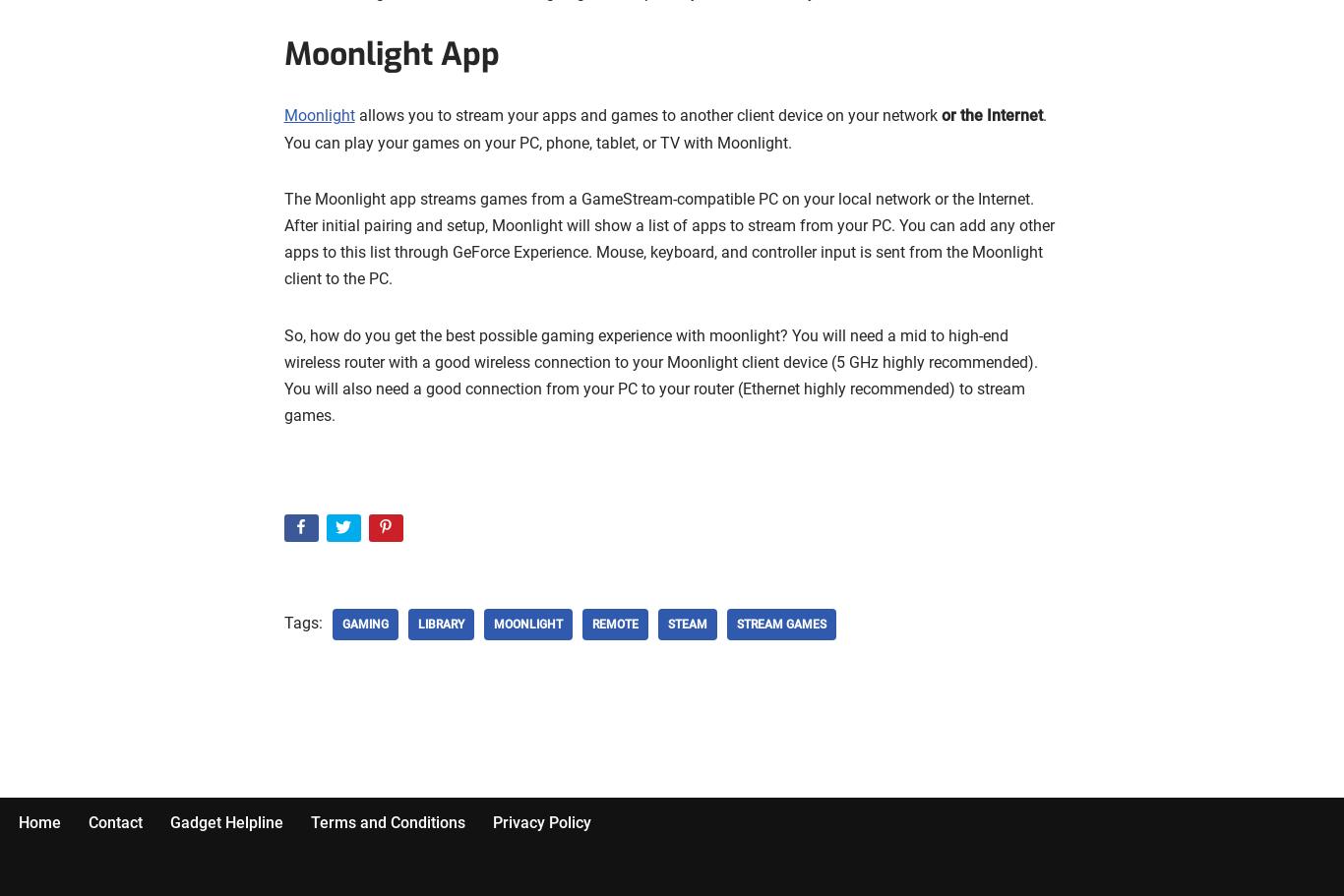  What do you see at coordinates (657, 197) in the screenshot?
I see `'The Moonlight app streams games from a GameStream-compatible PC on your local network or the Internet.'` at bounding box center [657, 197].